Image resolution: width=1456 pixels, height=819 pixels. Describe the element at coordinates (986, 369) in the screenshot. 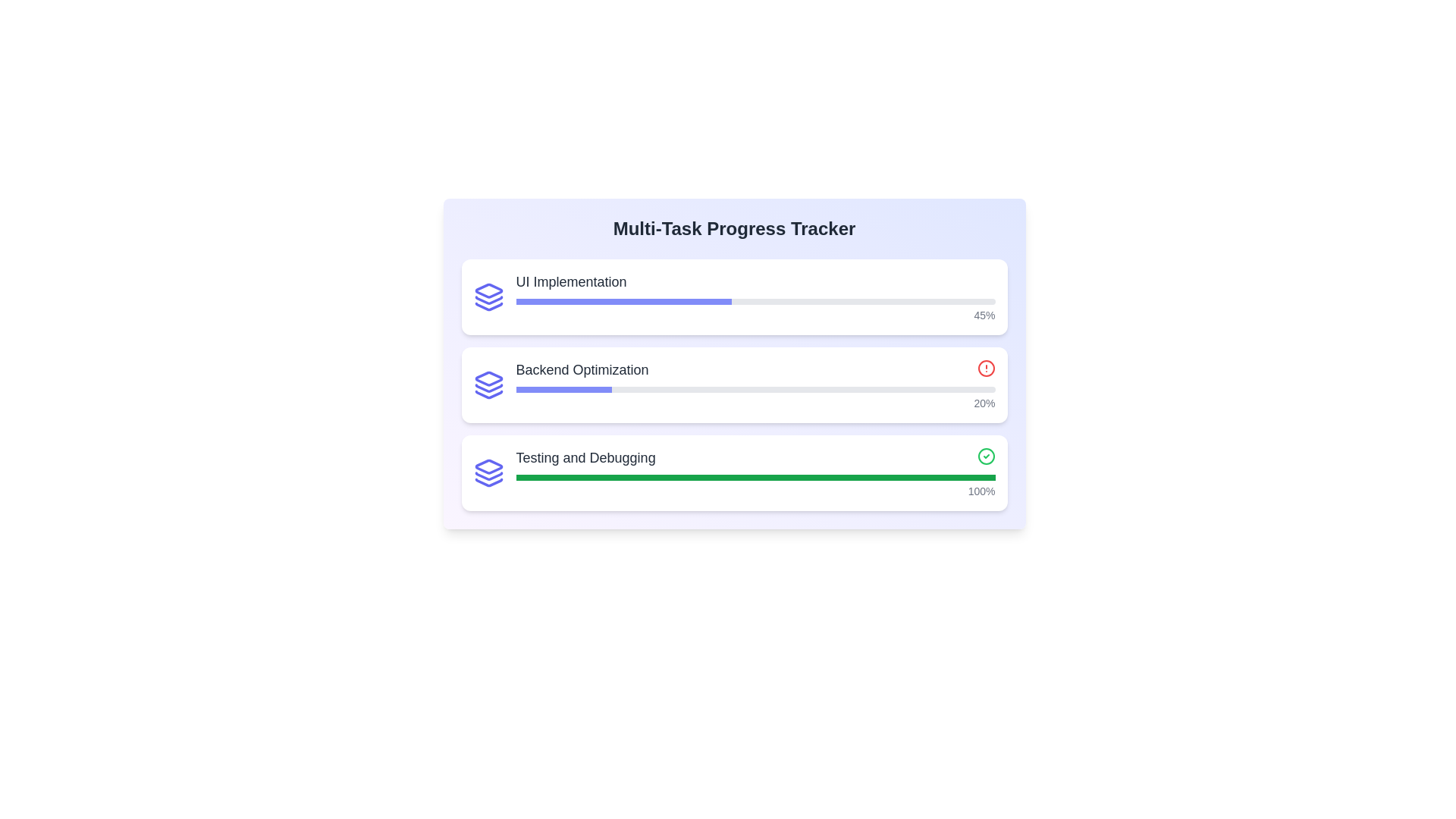

I see `the alert icon located to the right of the 'Backend Optimization' progress bar, which indicates an issue related to the 20% progress task` at that location.